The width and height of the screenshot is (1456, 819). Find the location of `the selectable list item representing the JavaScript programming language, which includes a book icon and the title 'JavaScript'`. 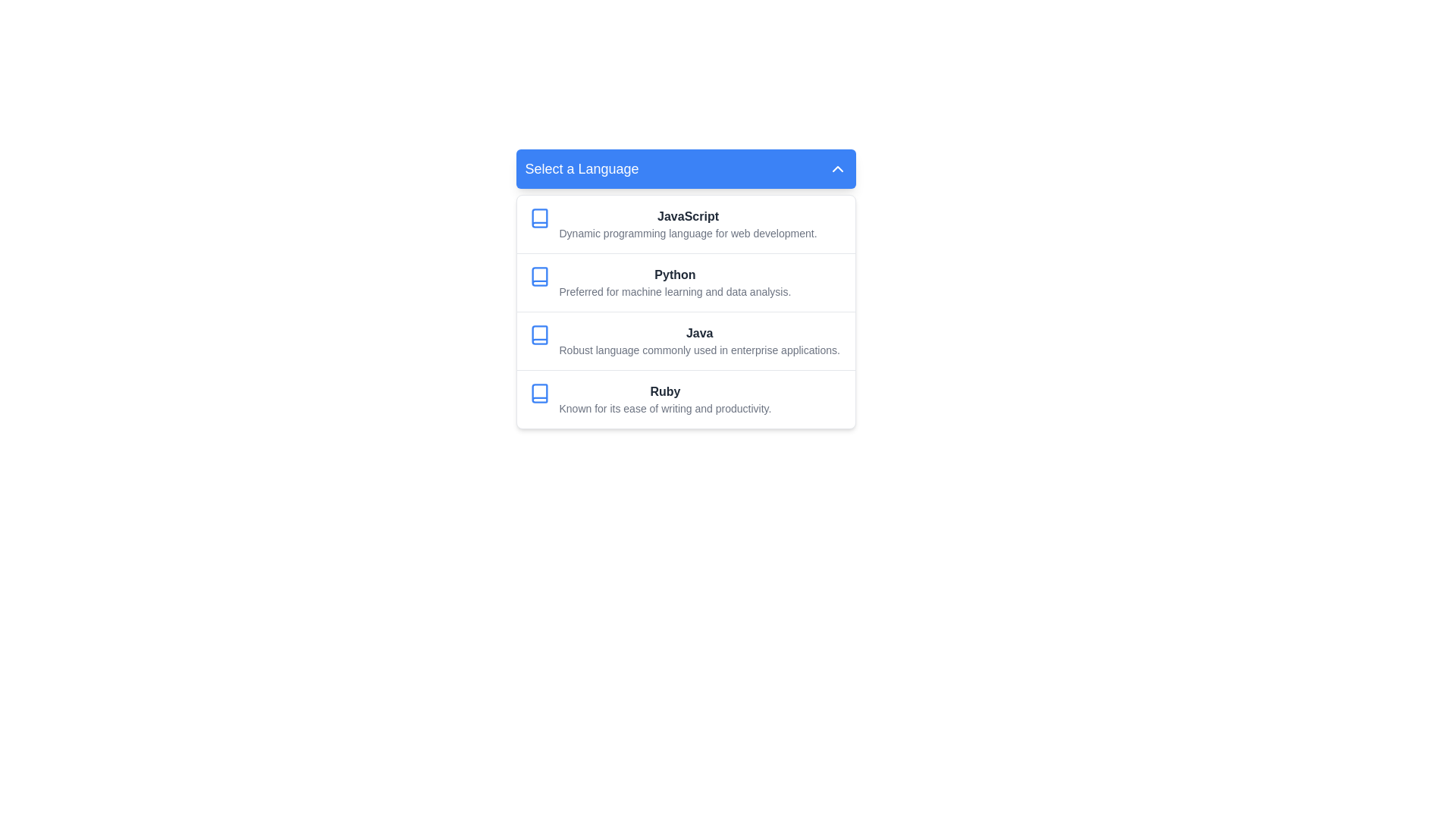

the selectable list item representing the JavaScript programming language, which includes a book icon and the title 'JavaScript' is located at coordinates (685, 224).